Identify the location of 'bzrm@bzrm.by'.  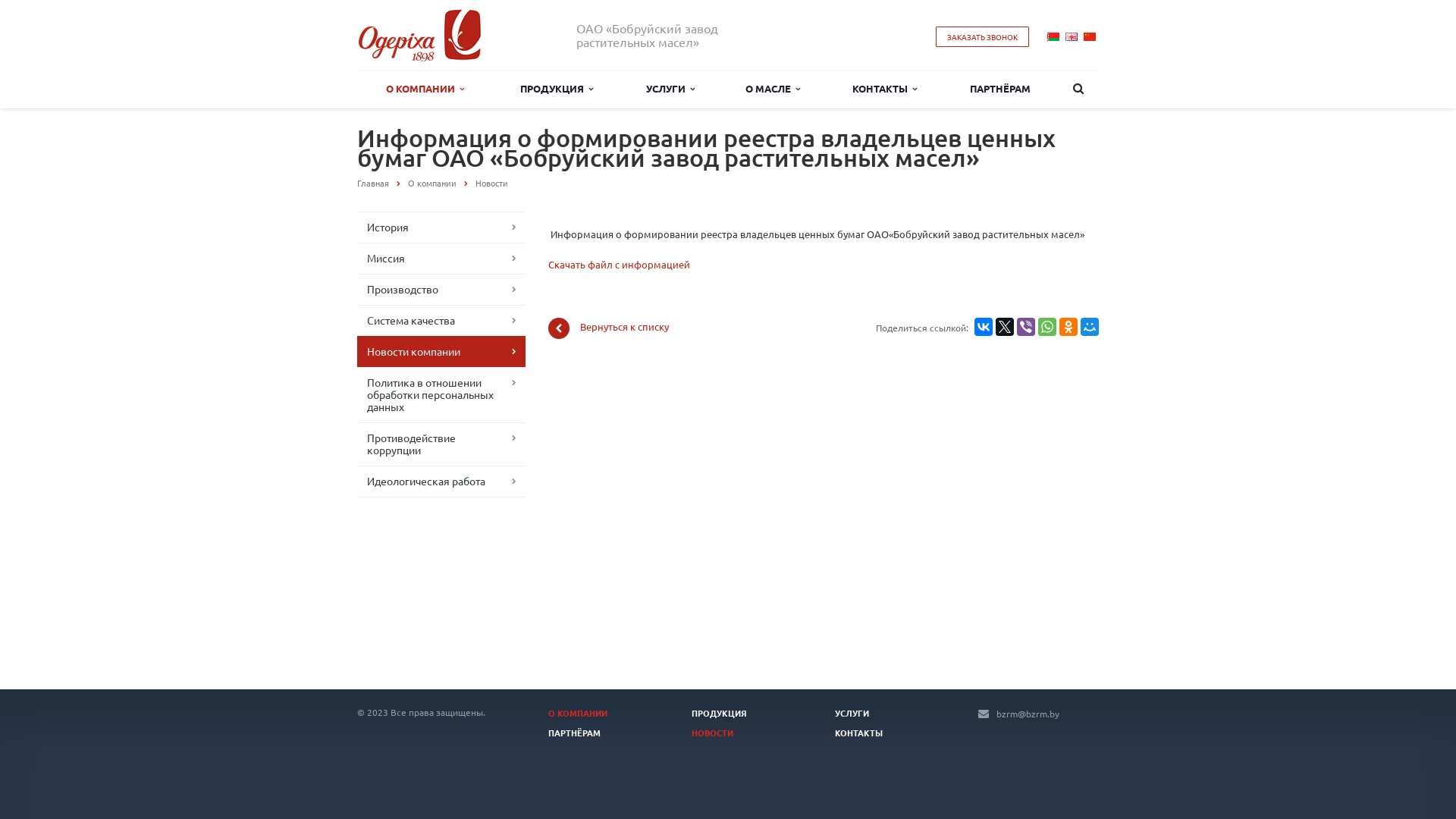
(996, 714).